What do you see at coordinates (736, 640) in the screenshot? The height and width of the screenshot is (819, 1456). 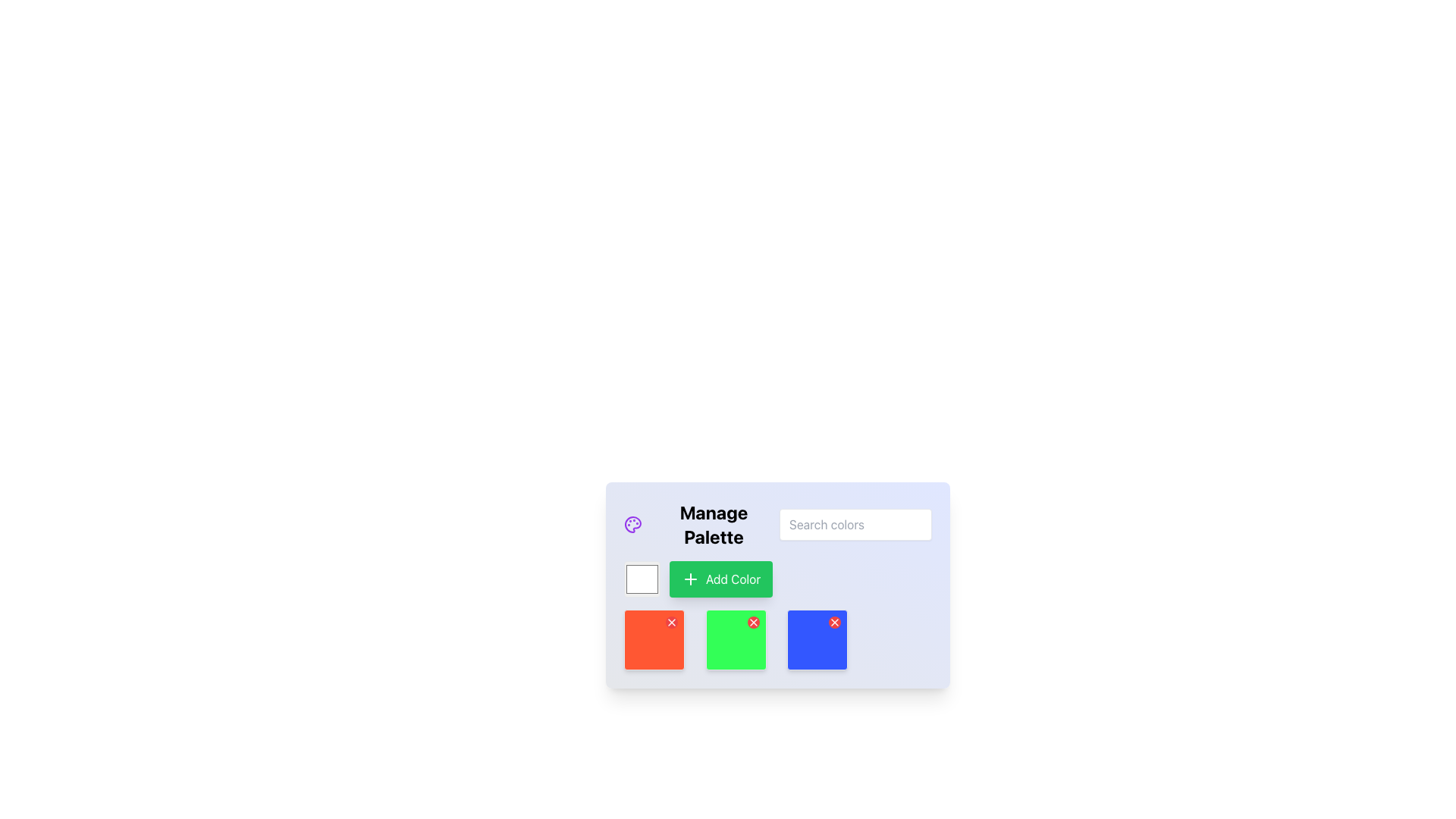 I see `the vivid green Color display box with rounded corners and an interactive red delete button located at the top-right corner` at bounding box center [736, 640].